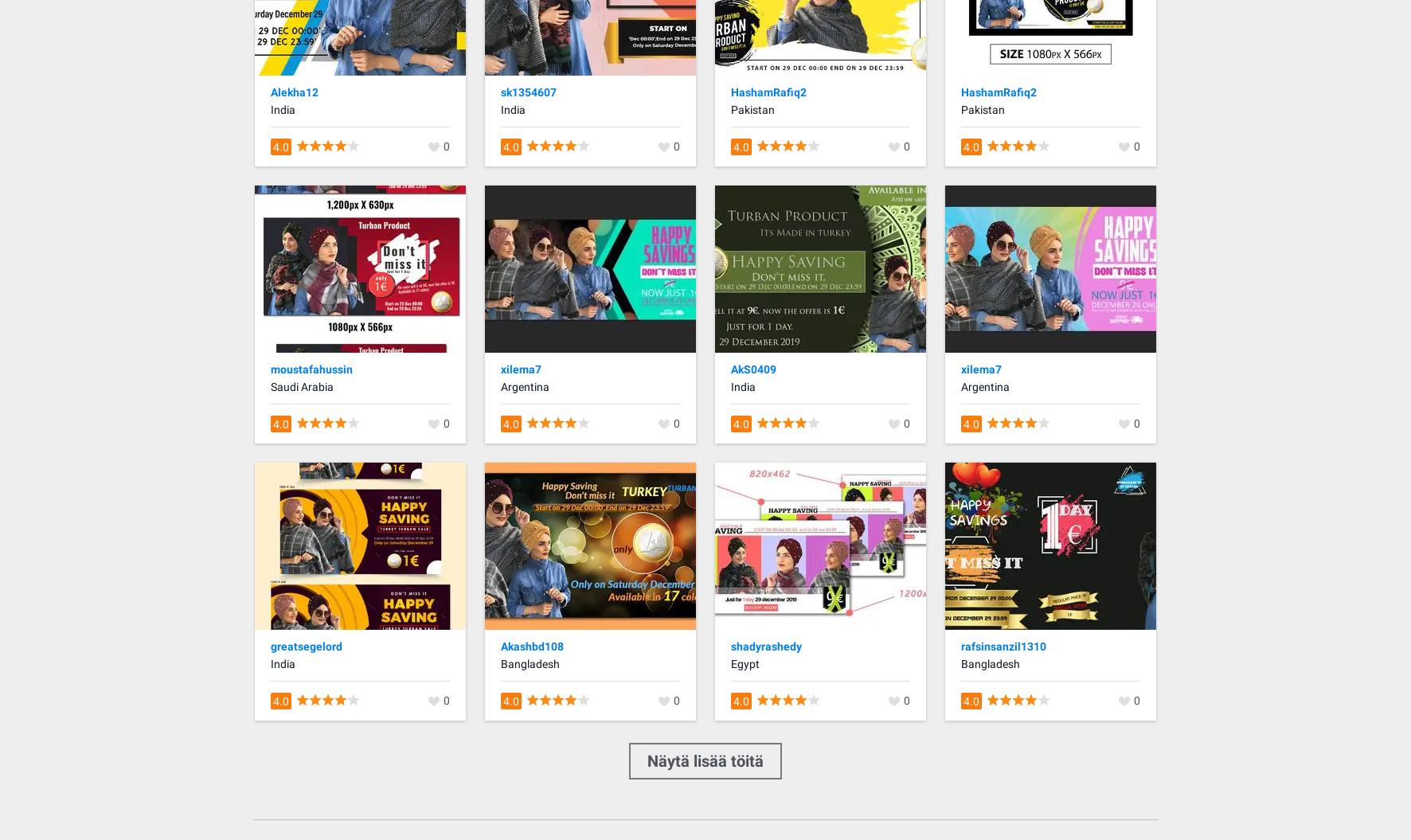  I want to click on 'Akashbd108', so click(531, 644).